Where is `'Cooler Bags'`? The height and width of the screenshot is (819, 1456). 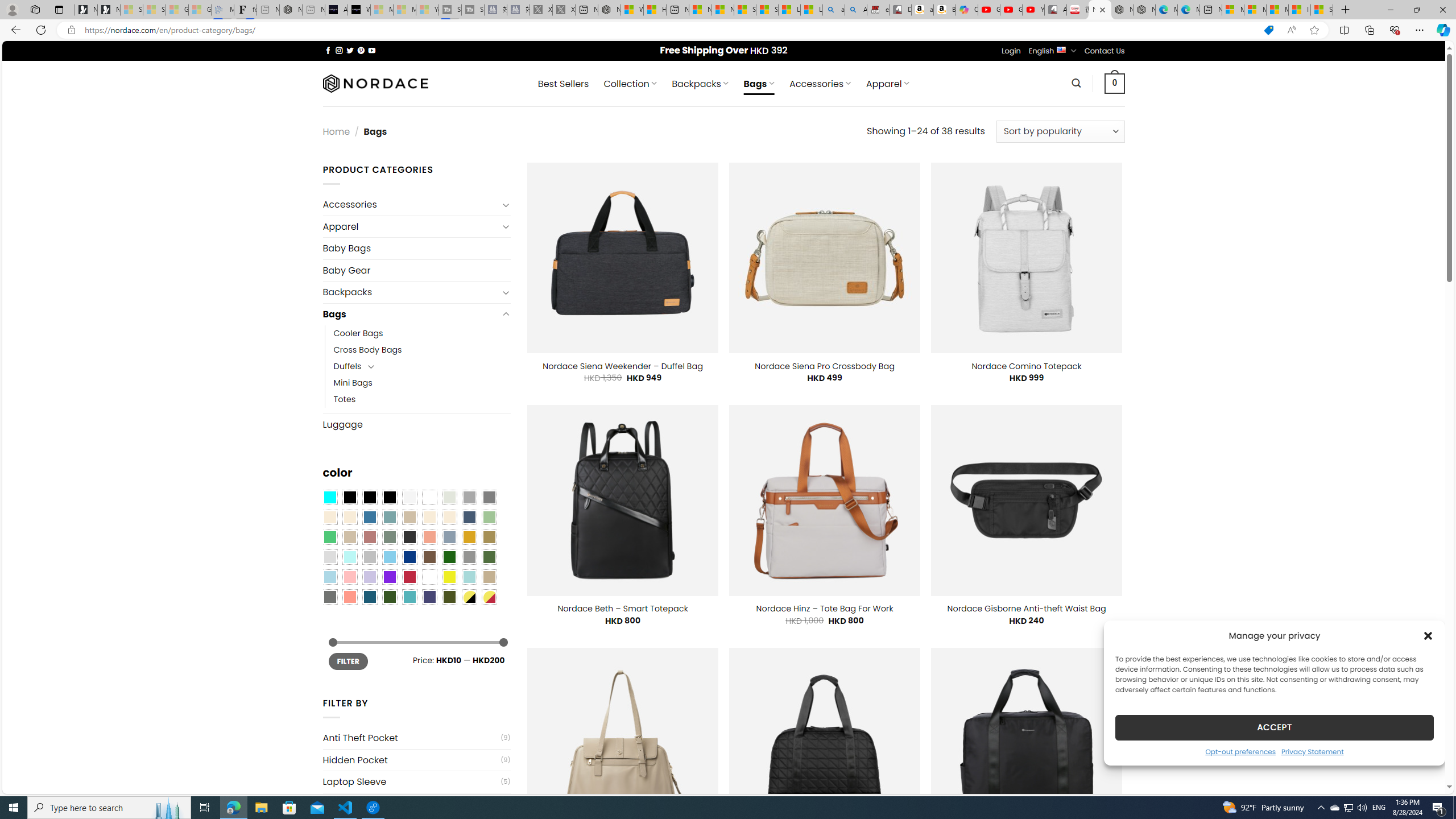 'Cooler Bags' is located at coordinates (421, 333).